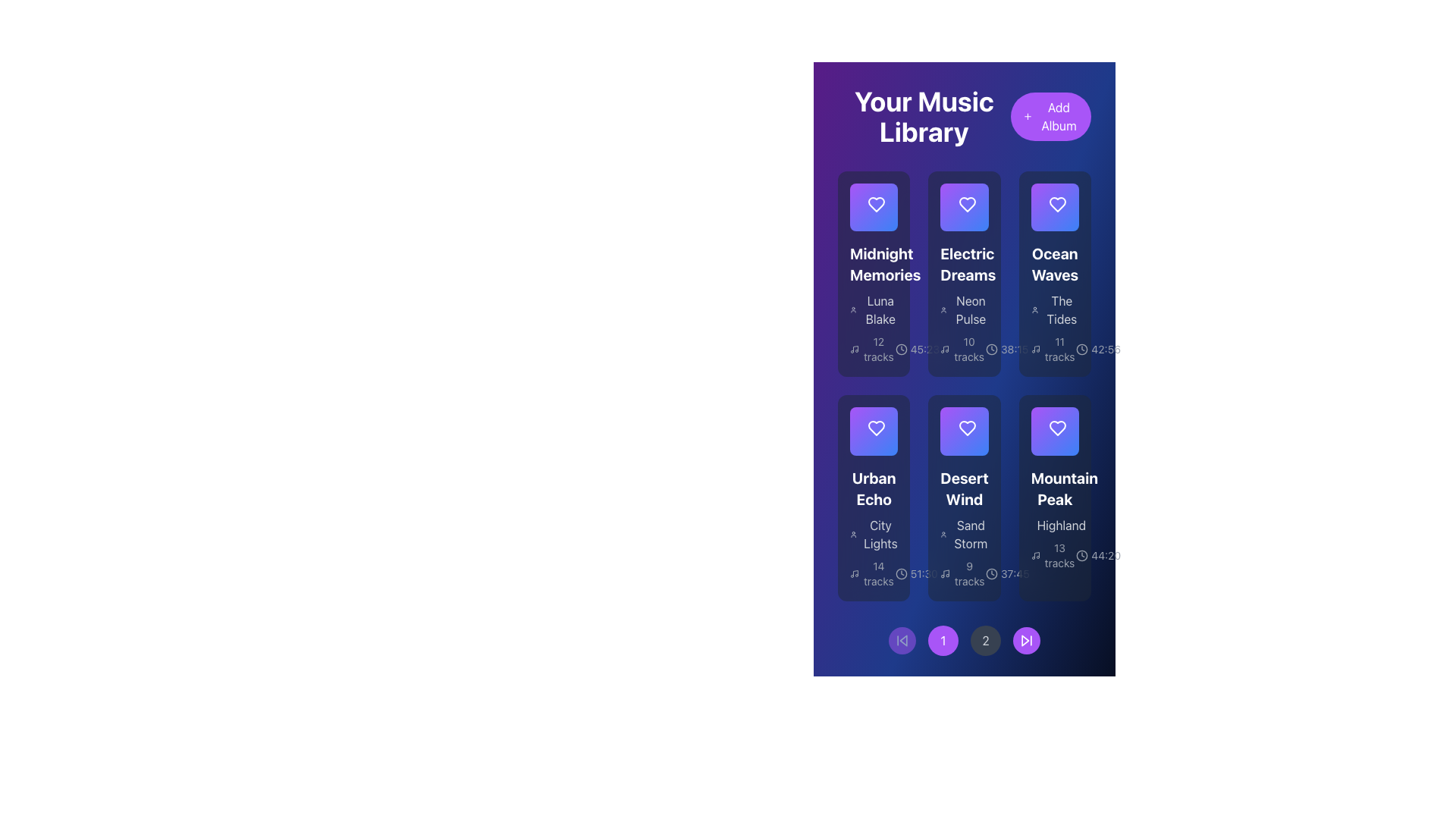 This screenshot has height=819, width=1456. Describe the element at coordinates (1025, 640) in the screenshot. I see `the triangular-shaped navigation icon located at the bottom right of the pagination control section` at that location.